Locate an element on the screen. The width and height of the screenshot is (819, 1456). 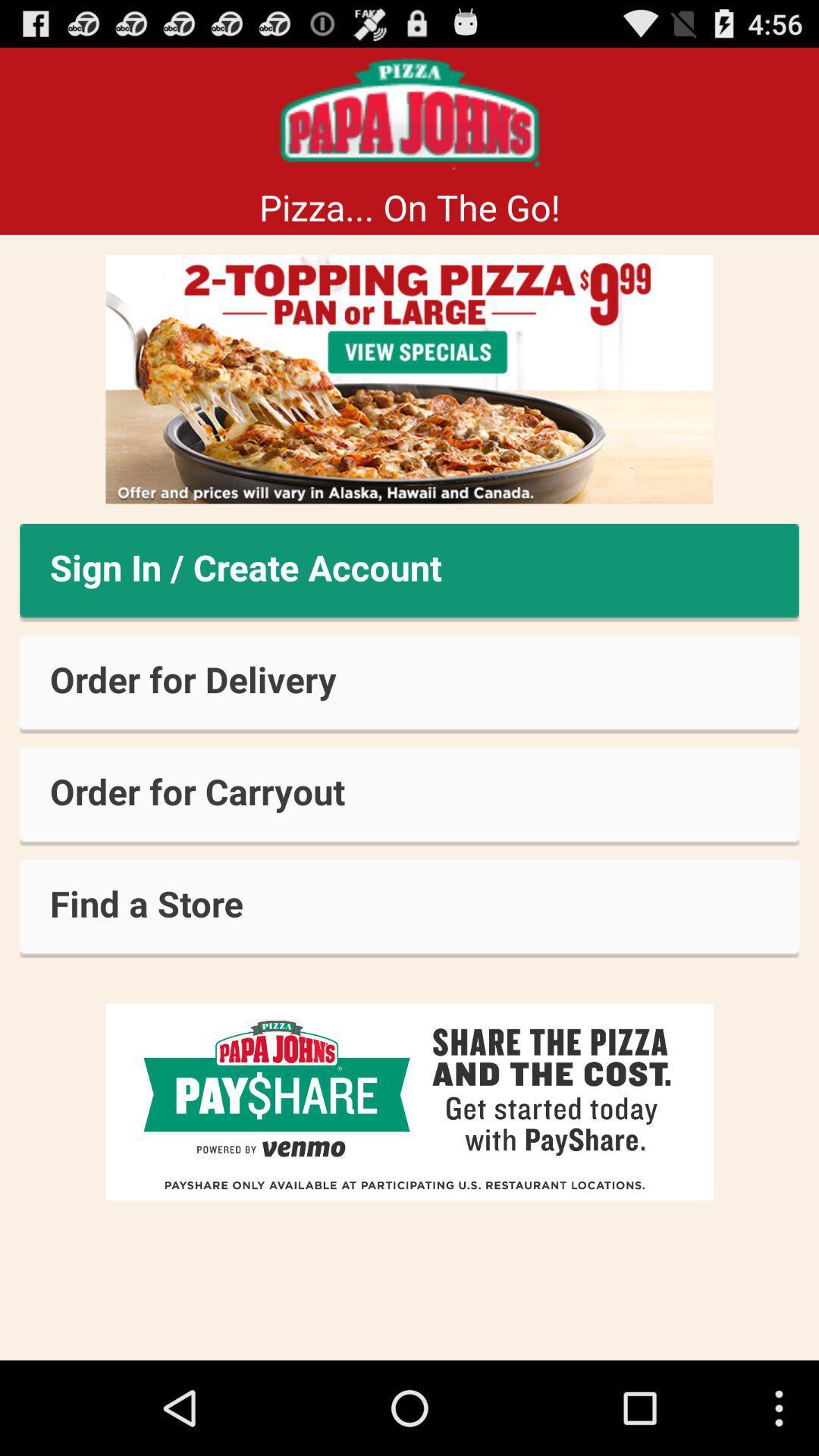
icon above the order for delivery item is located at coordinates (409, 572).